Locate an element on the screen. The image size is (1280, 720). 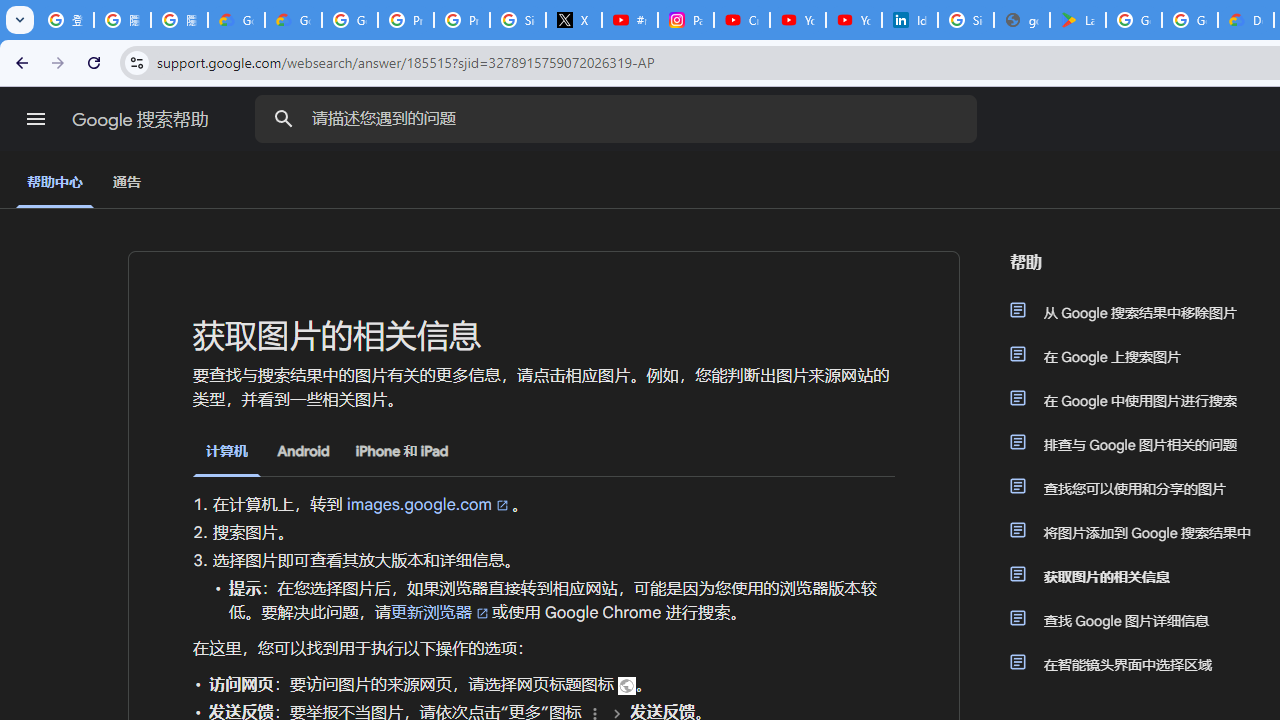
'Last Shelter: Survival - Apps on Google Play' is located at coordinates (1076, 20).